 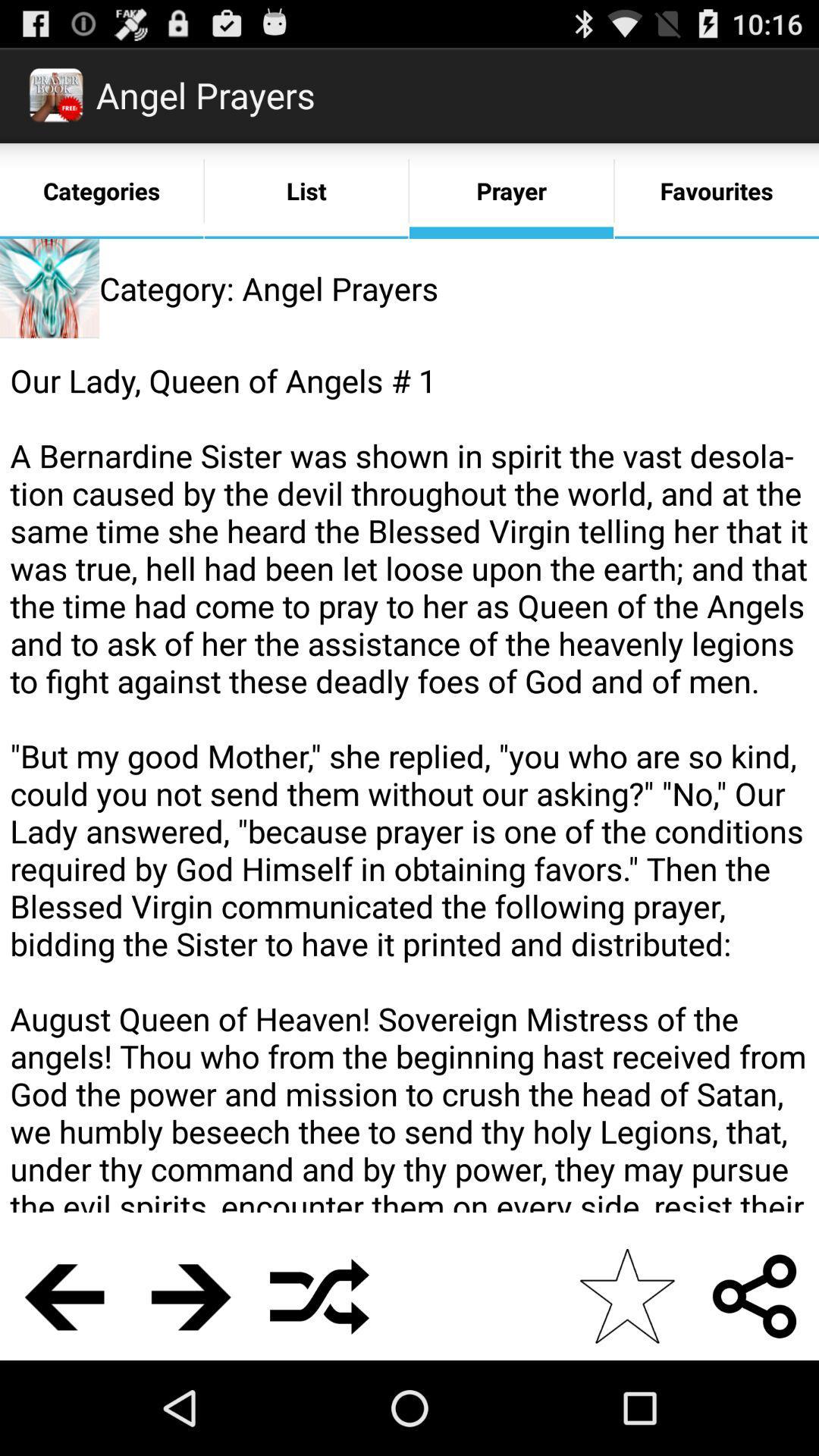 I want to click on bookmark elements so they are easier to find when needed, so click(x=626, y=1295).